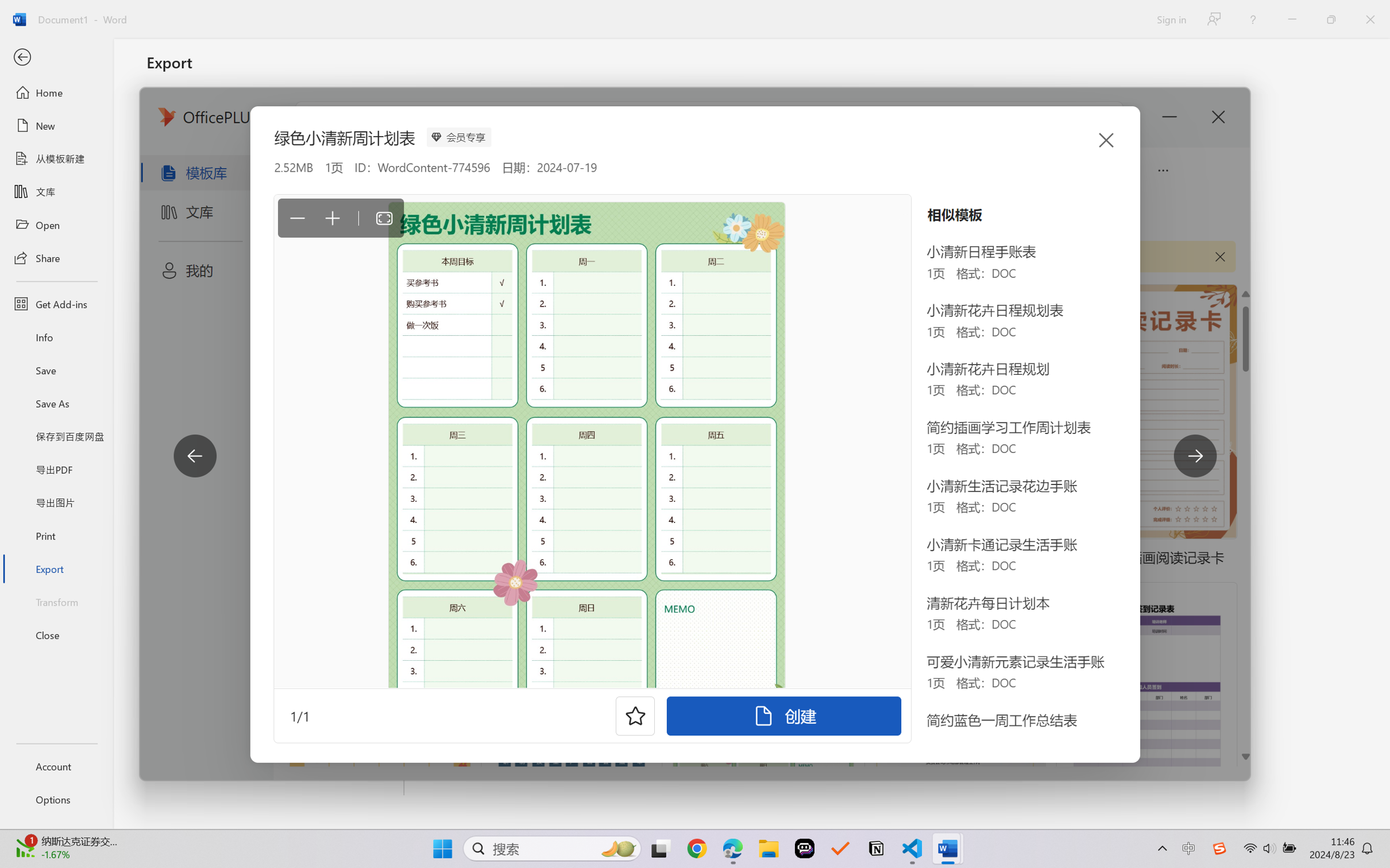 The height and width of the screenshot is (868, 1390). What do you see at coordinates (56, 403) in the screenshot?
I see `'Save As'` at bounding box center [56, 403].